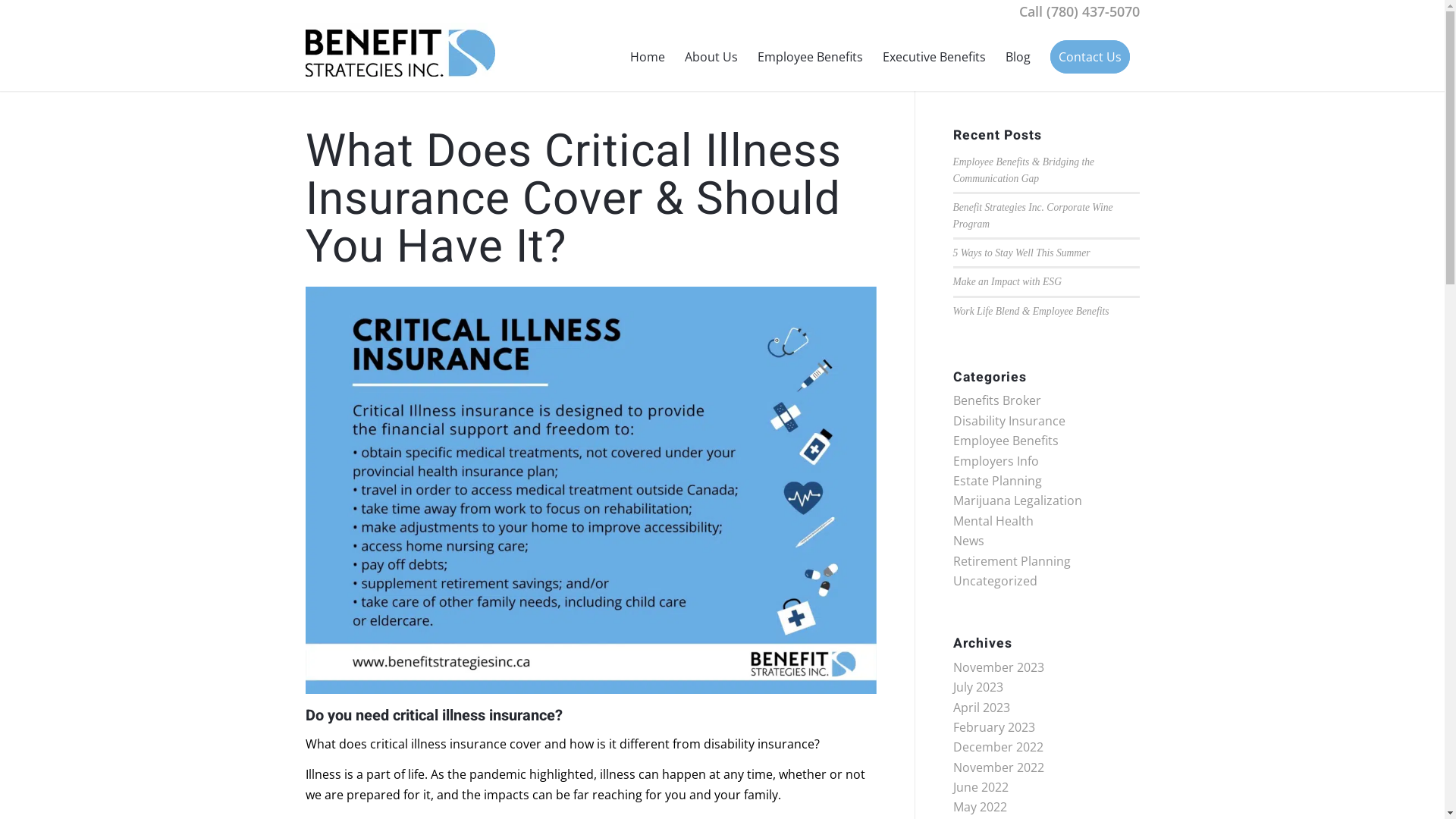 This screenshot has width=1456, height=819. Describe the element at coordinates (993, 726) in the screenshot. I see `'February 2023'` at that location.